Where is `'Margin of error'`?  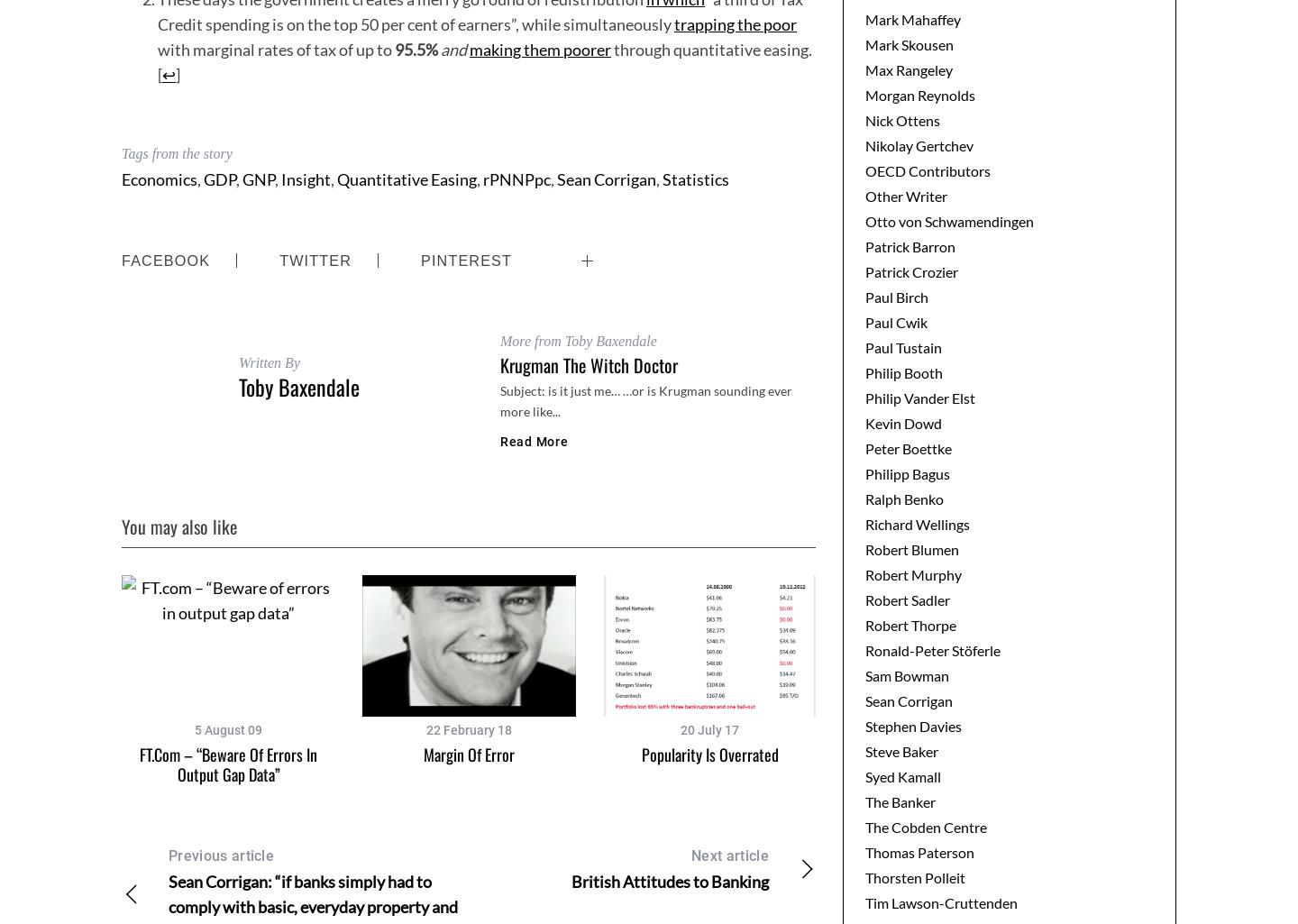
'Margin of error' is located at coordinates (468, 752).